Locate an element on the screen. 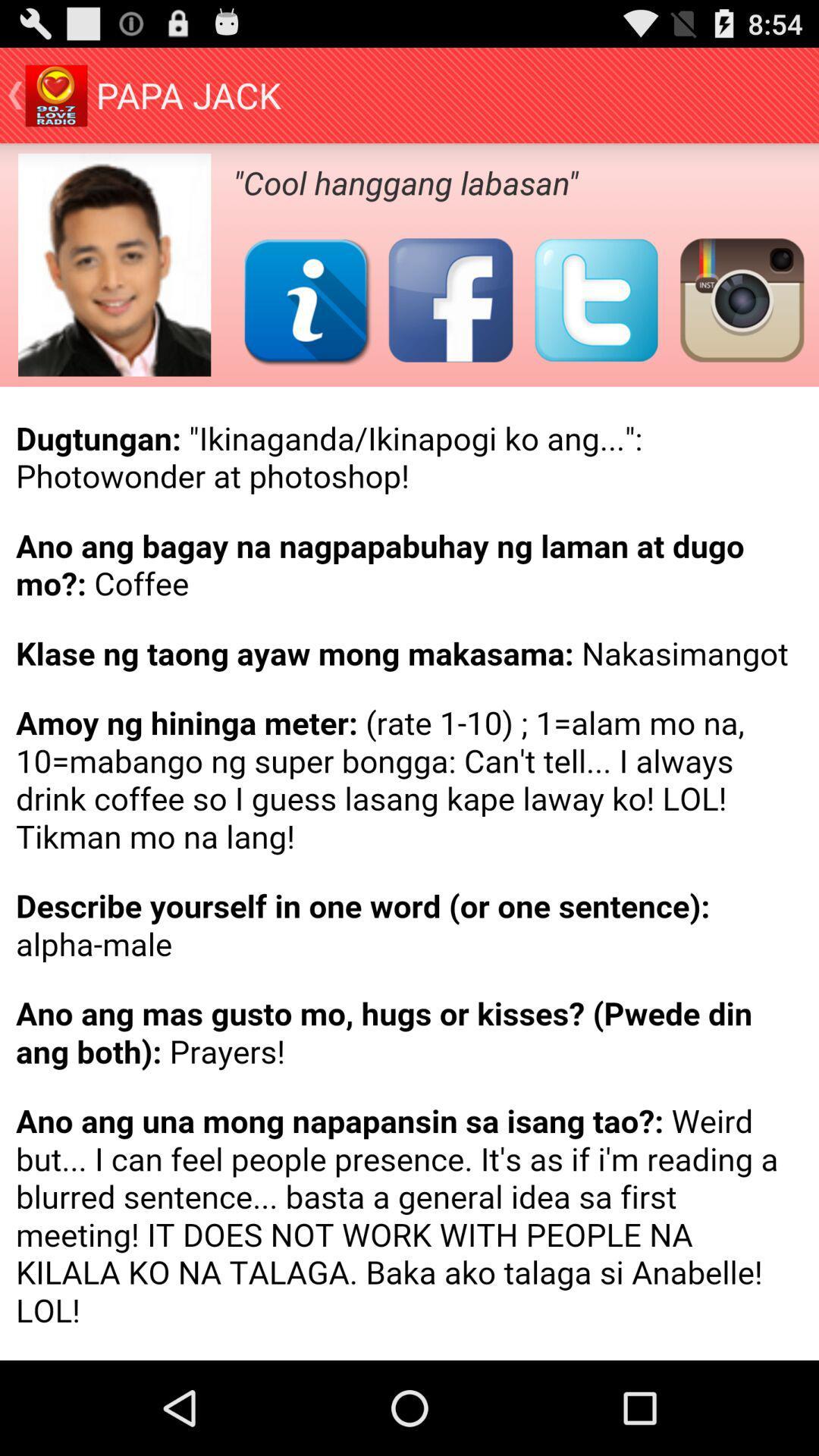  the photo icon is located at coordinates (741, 320).